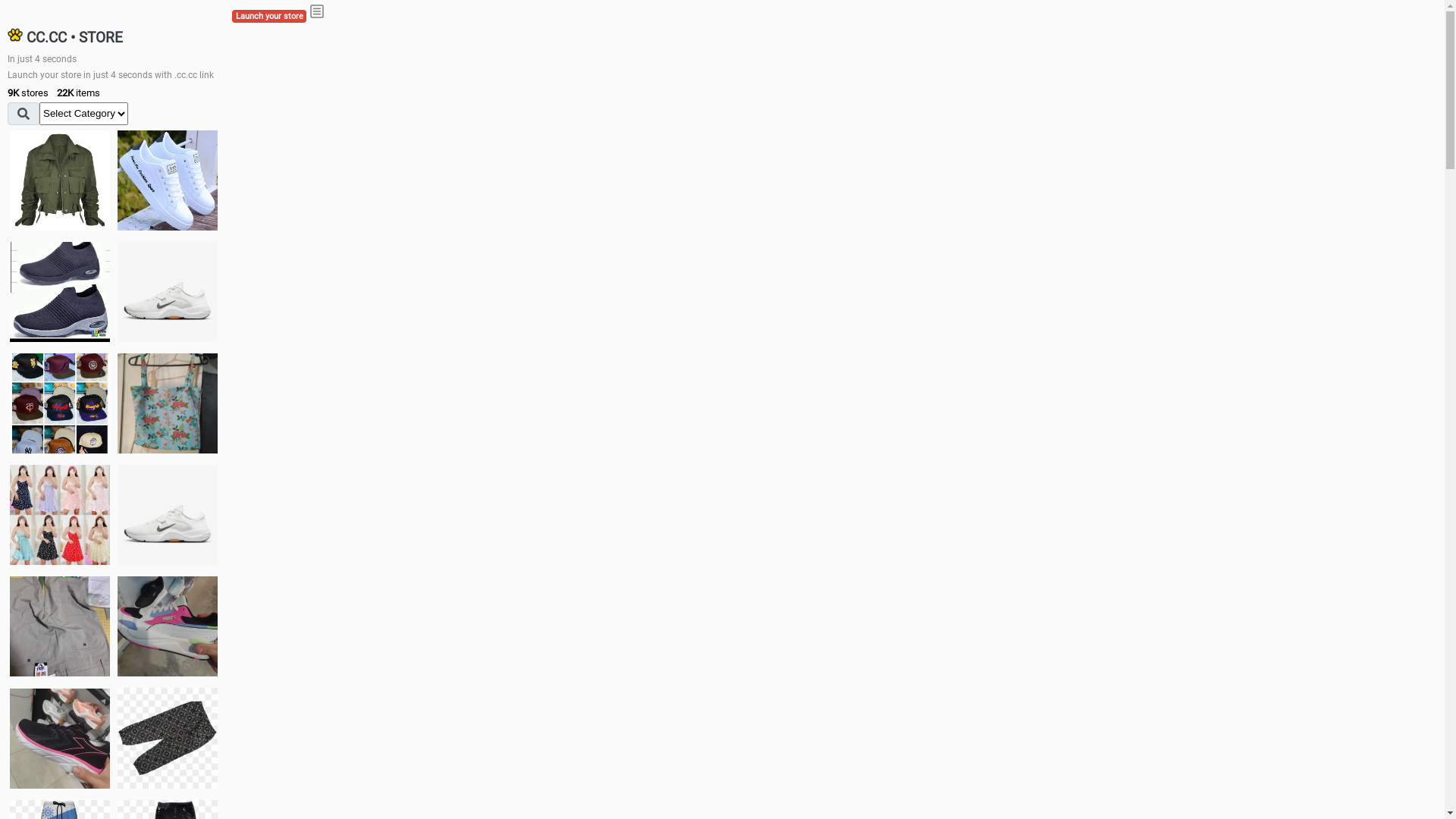 This screenshot has height=819, width=1456. What do you see at coordinates (59, 513) in the screenshot?
I see `'Dress/square nect top'` at bounding box center [59, 513].